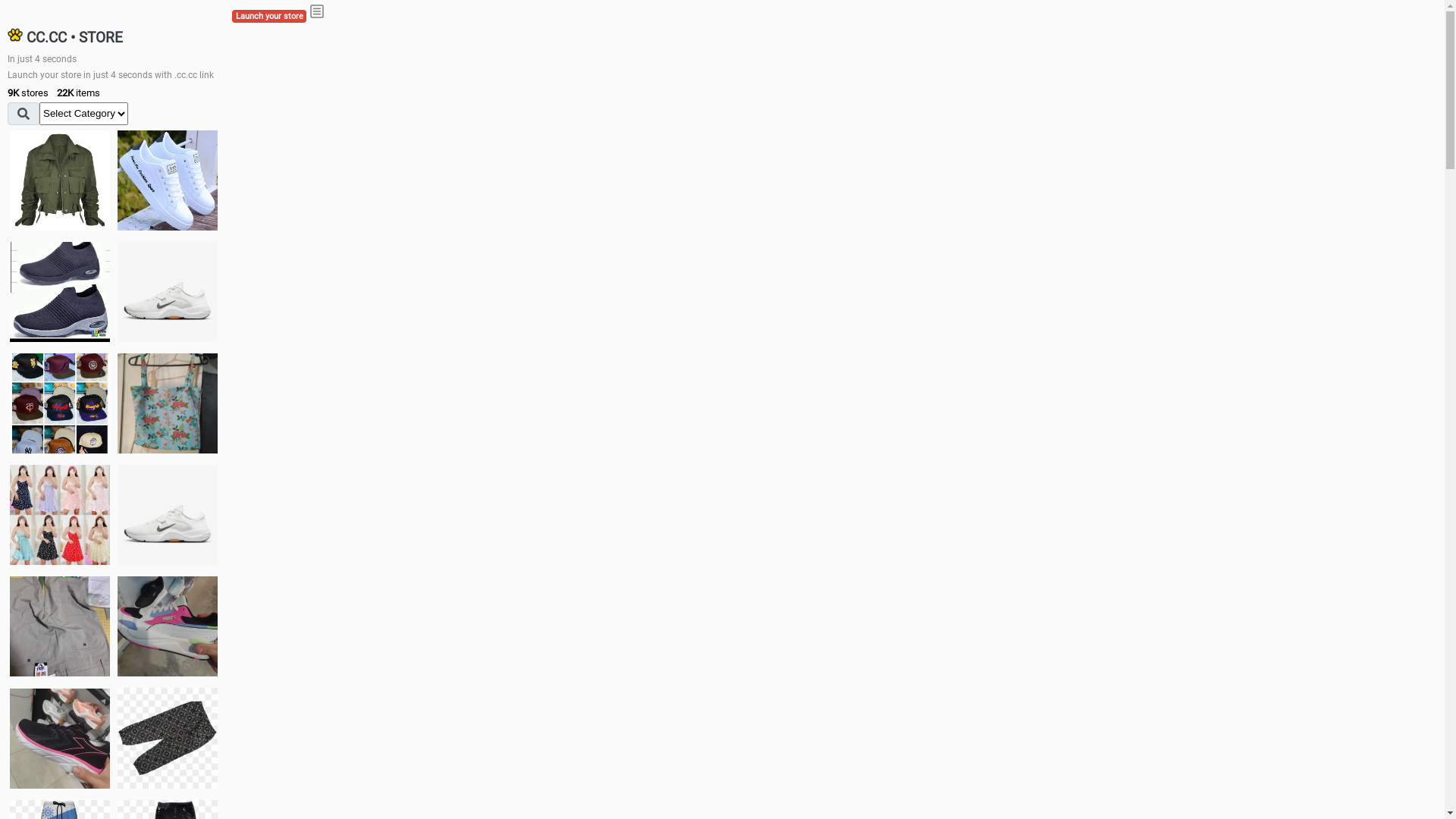 This screenshot has height=819, width=1456. What do you see at coordinates (59, 513) in the screenshot?
I see `'Dress/square nect top'` at bounding box center [59, 513].